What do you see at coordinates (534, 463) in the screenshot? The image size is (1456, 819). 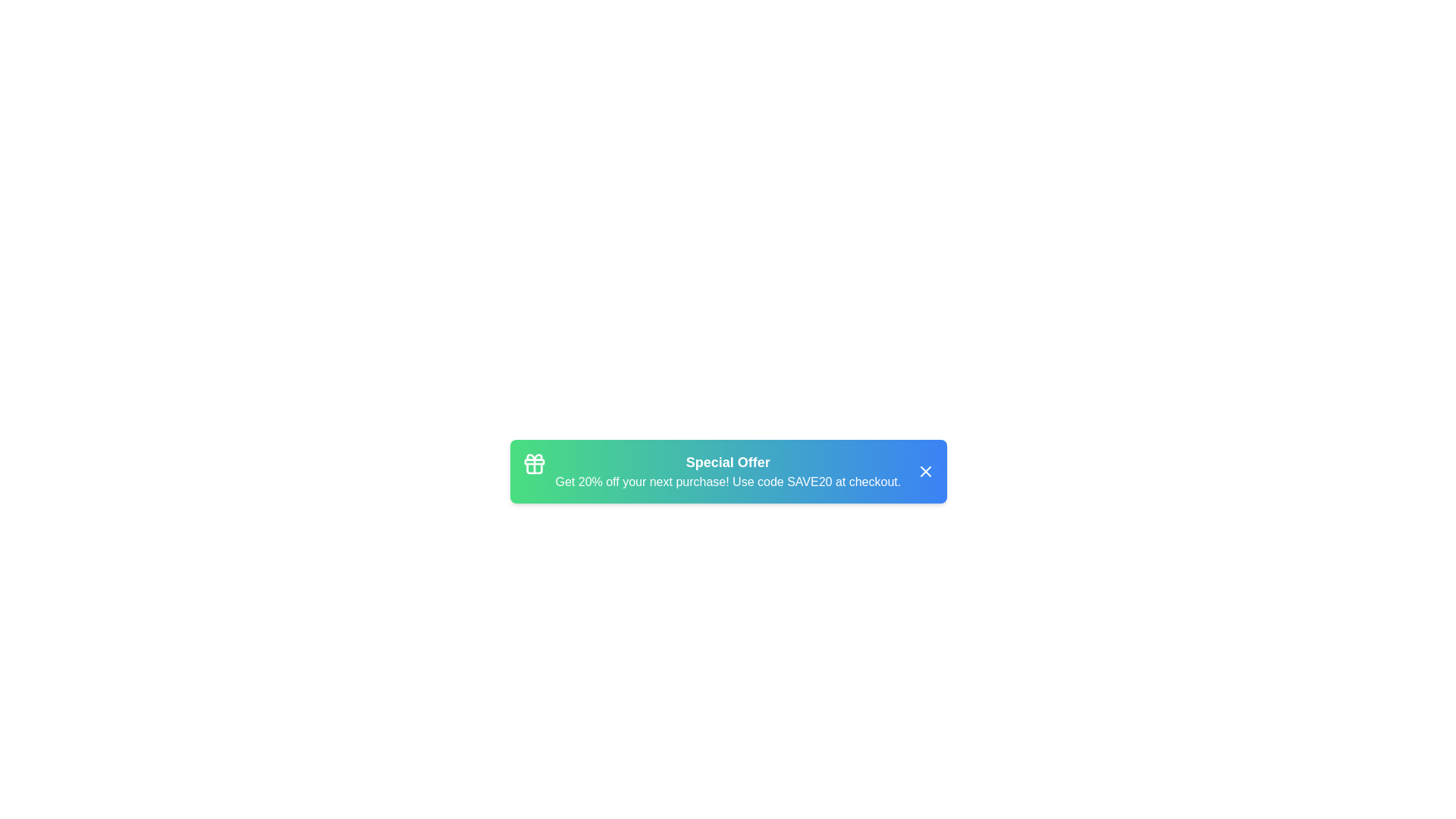 I see `the gift icon to interact with it` at bounding box center [534, 463].